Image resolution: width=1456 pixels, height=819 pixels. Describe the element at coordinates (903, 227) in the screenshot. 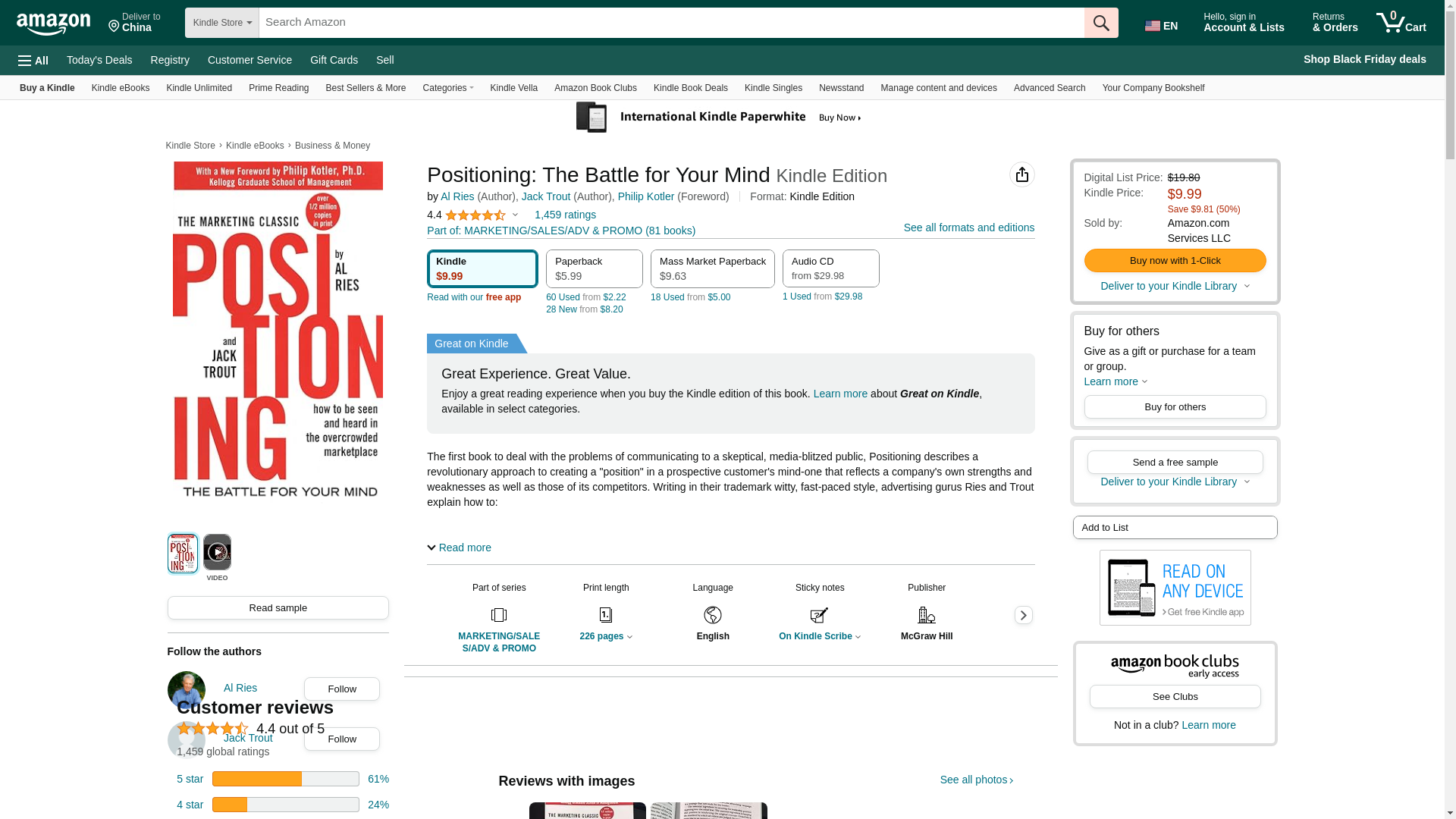

I see `'See all formats and editions'` at that location.